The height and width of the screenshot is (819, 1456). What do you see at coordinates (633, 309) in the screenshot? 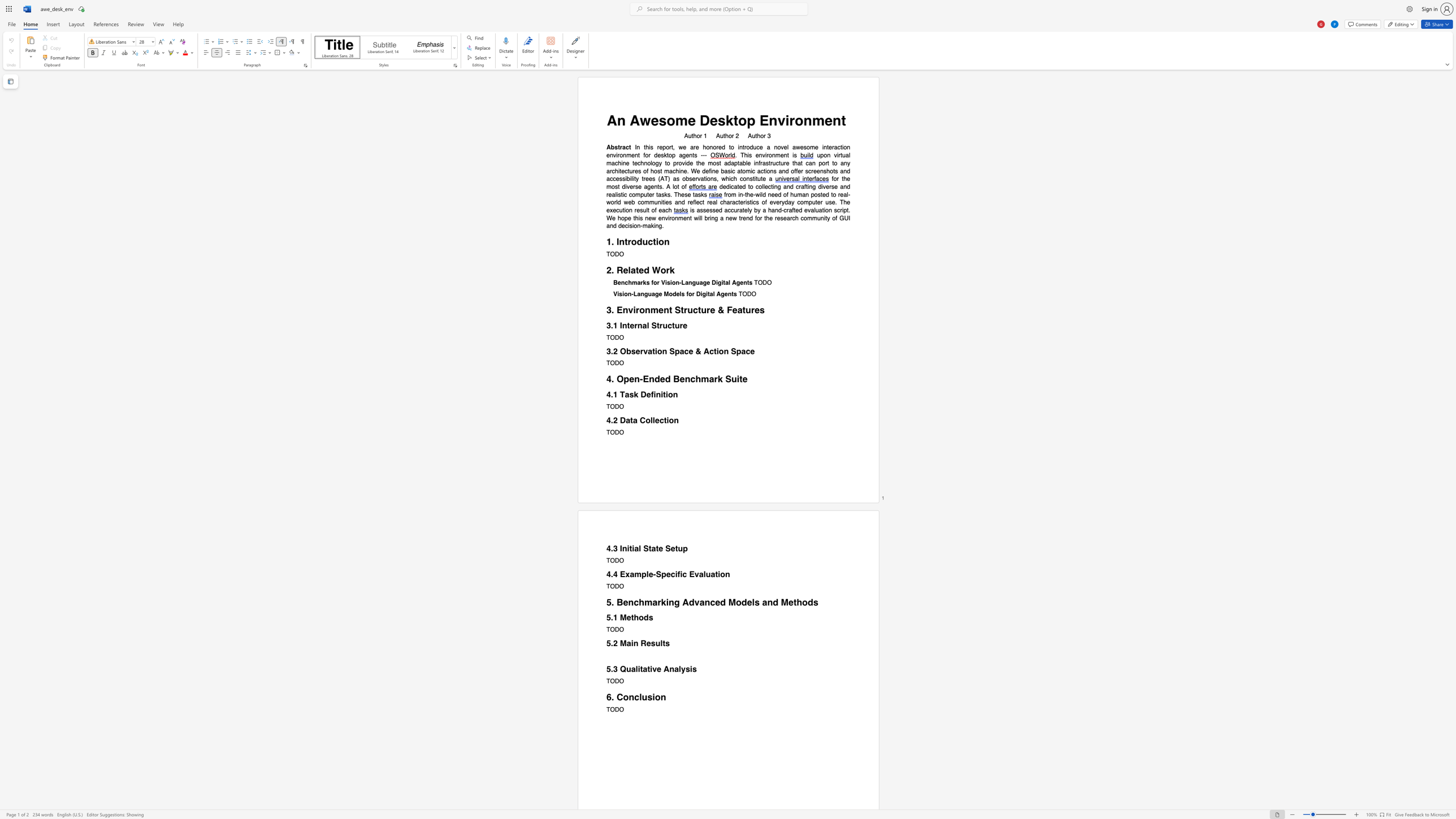
I see `the subset text "ironment Structure & Feature" within the text "3. Environment Structure & Features"` at bounding box center [633, 309].